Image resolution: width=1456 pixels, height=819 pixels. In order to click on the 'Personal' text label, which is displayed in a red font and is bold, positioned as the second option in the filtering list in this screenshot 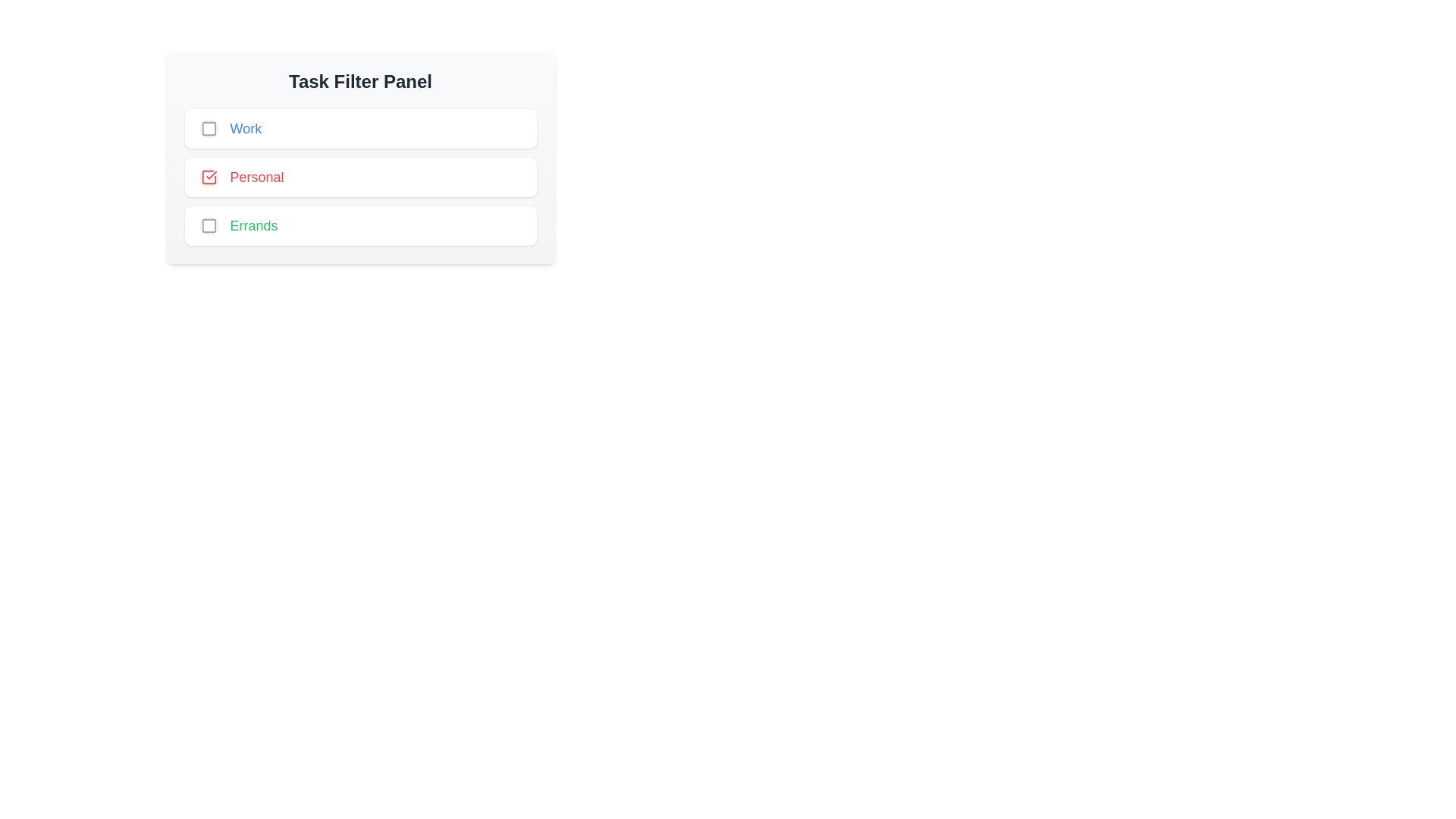, I will do `click(257, 177)`.